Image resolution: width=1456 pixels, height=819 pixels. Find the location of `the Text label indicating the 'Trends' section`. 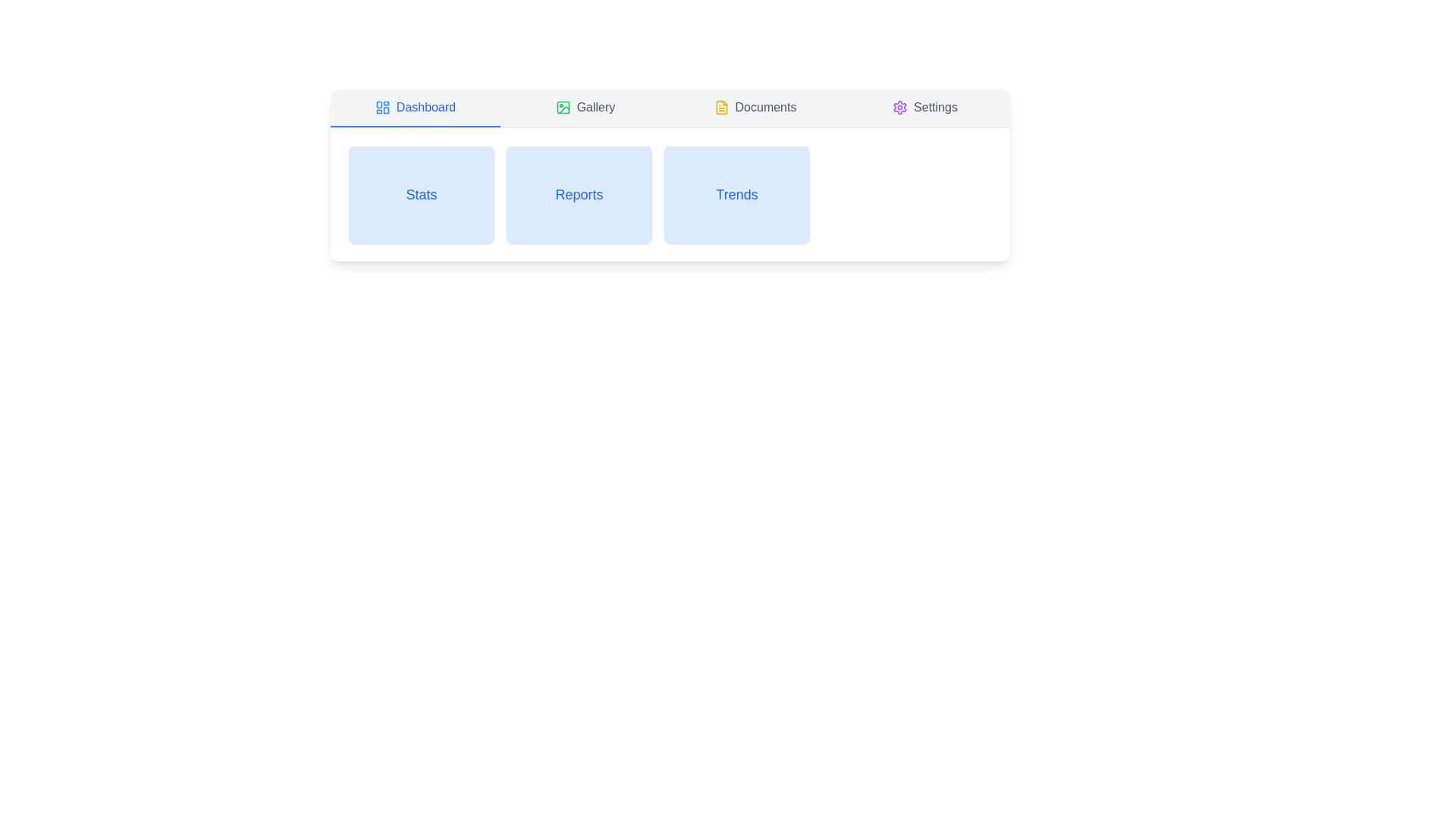

the Text label indicating the 'Trends' section is located at coordinates (736, 194).